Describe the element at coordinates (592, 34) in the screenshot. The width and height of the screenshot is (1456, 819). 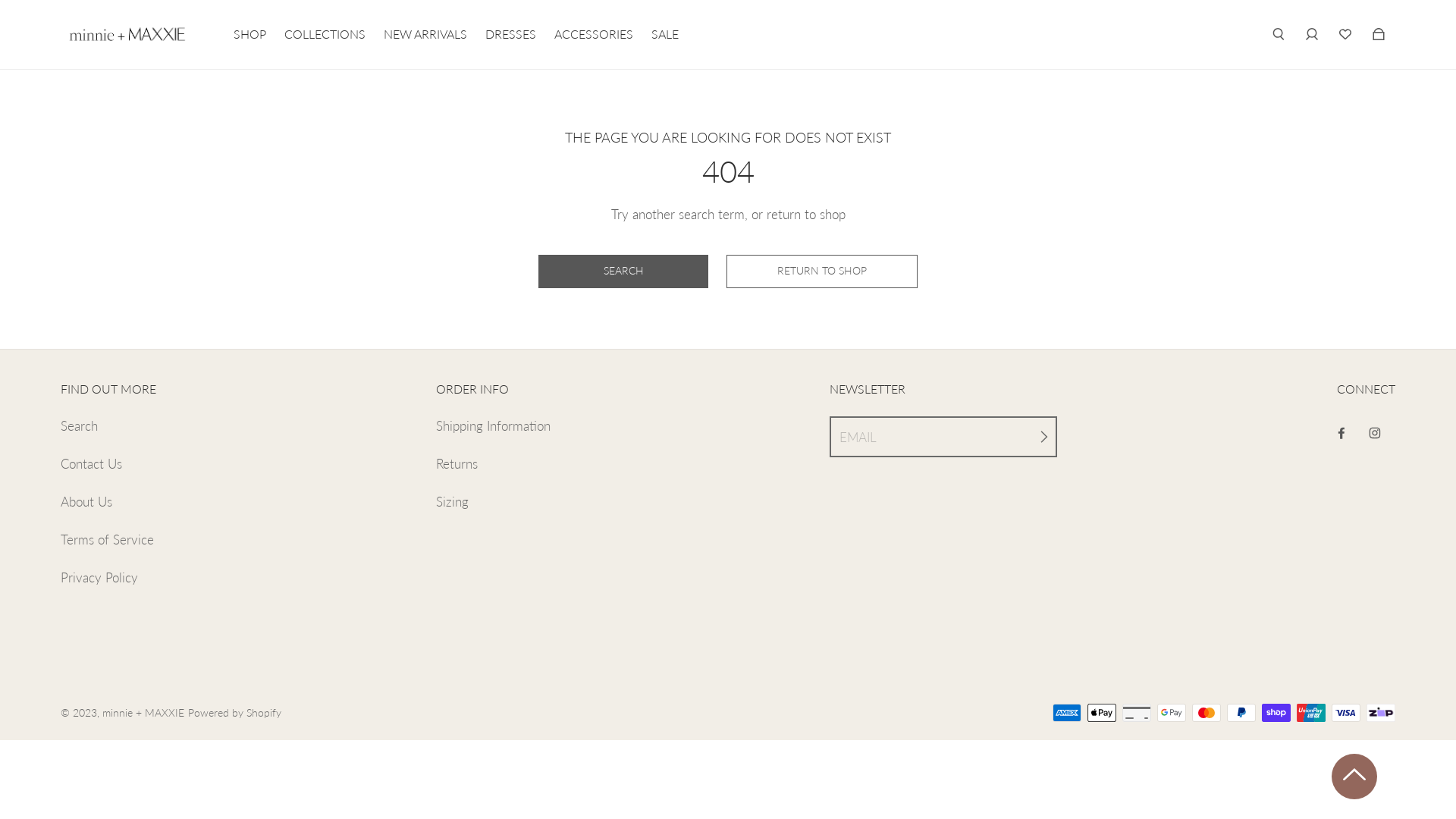
I see `'ACCESSORIES'` at that location.